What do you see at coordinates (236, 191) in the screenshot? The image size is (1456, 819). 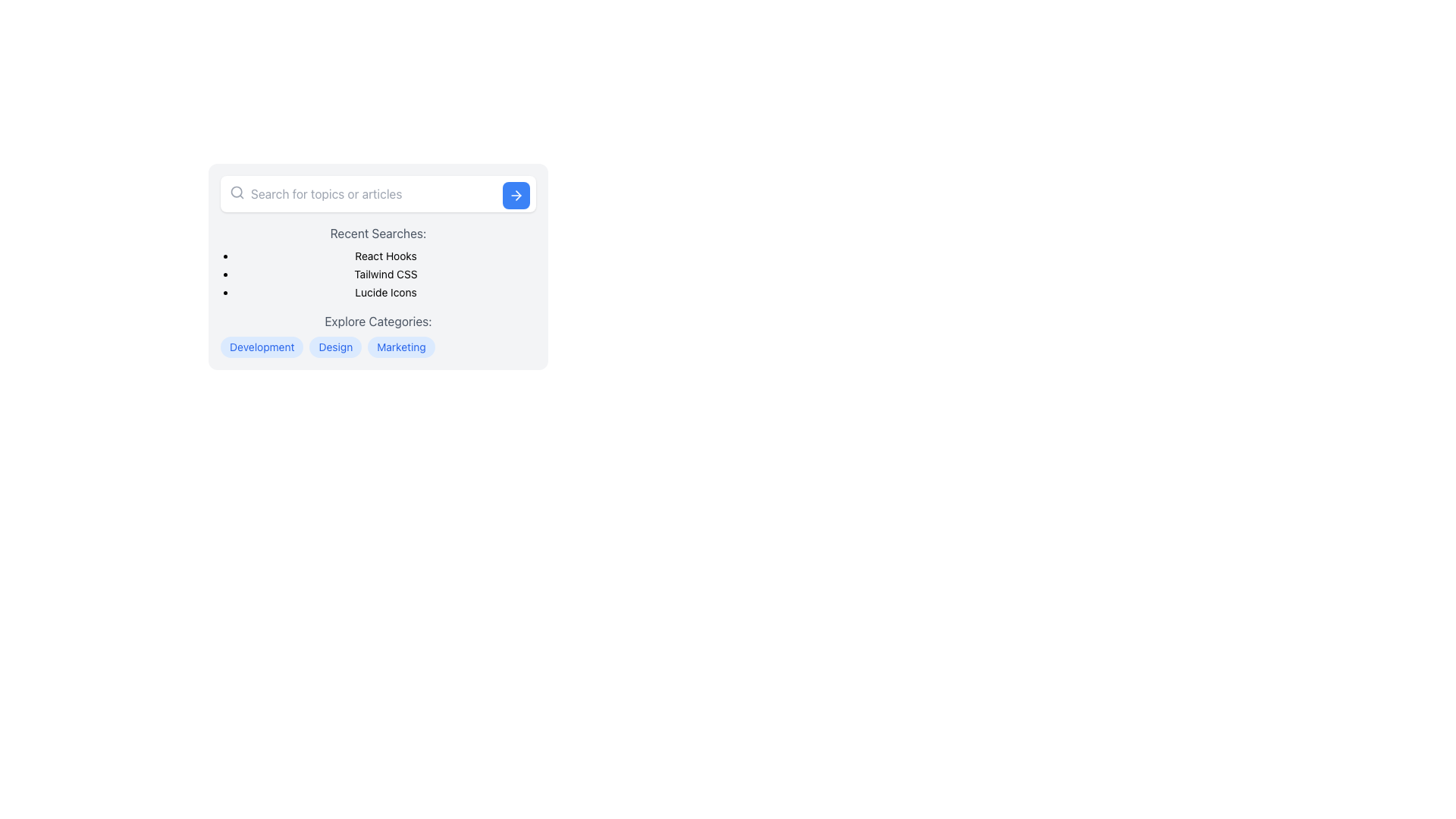 I see `the circular graphic of the magnifying glass icon, which represents the lens of the search feature located in the top-left corner of the search bar` at bounding box center [236, 191].